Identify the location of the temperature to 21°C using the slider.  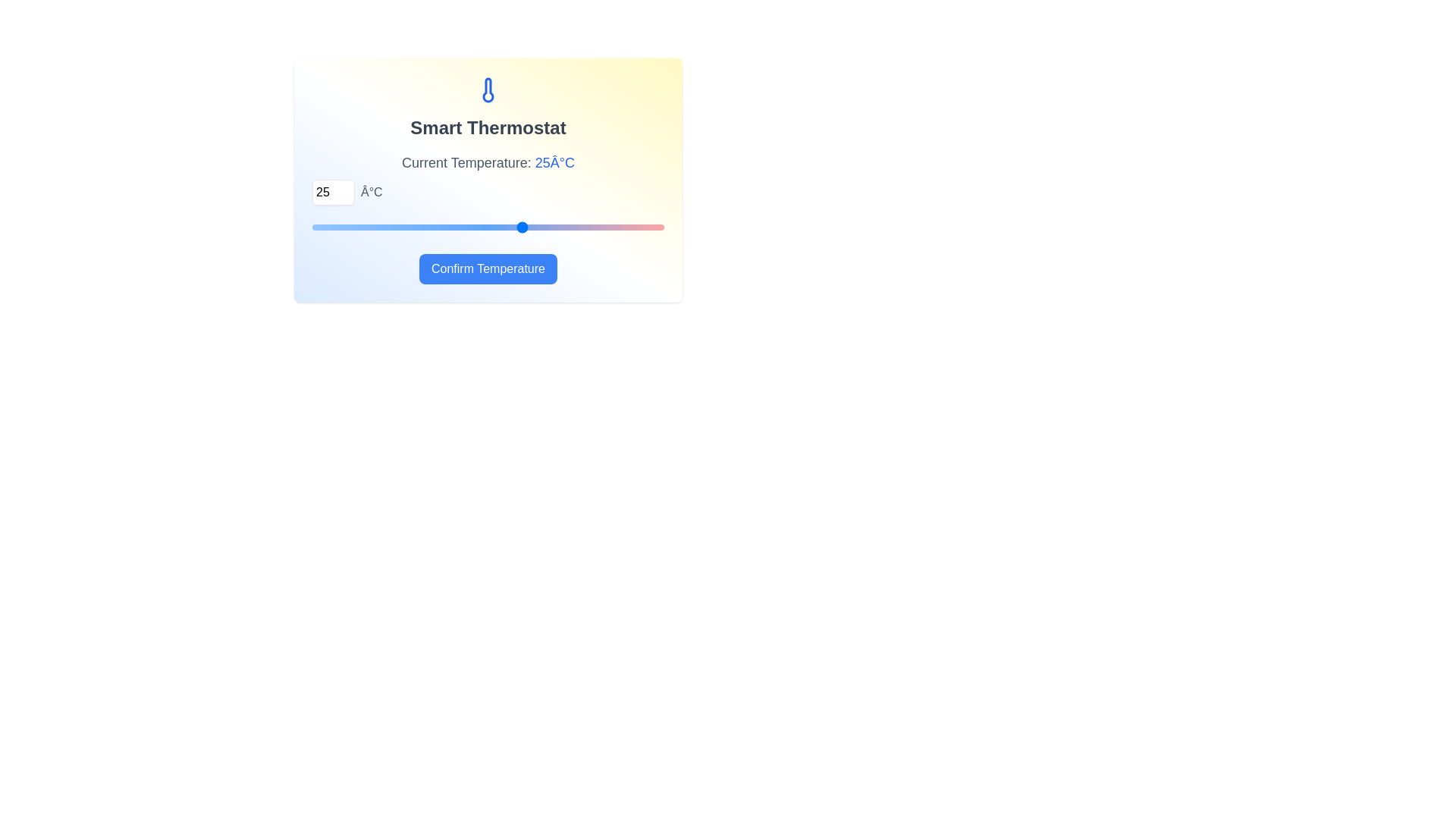
(466, 227).